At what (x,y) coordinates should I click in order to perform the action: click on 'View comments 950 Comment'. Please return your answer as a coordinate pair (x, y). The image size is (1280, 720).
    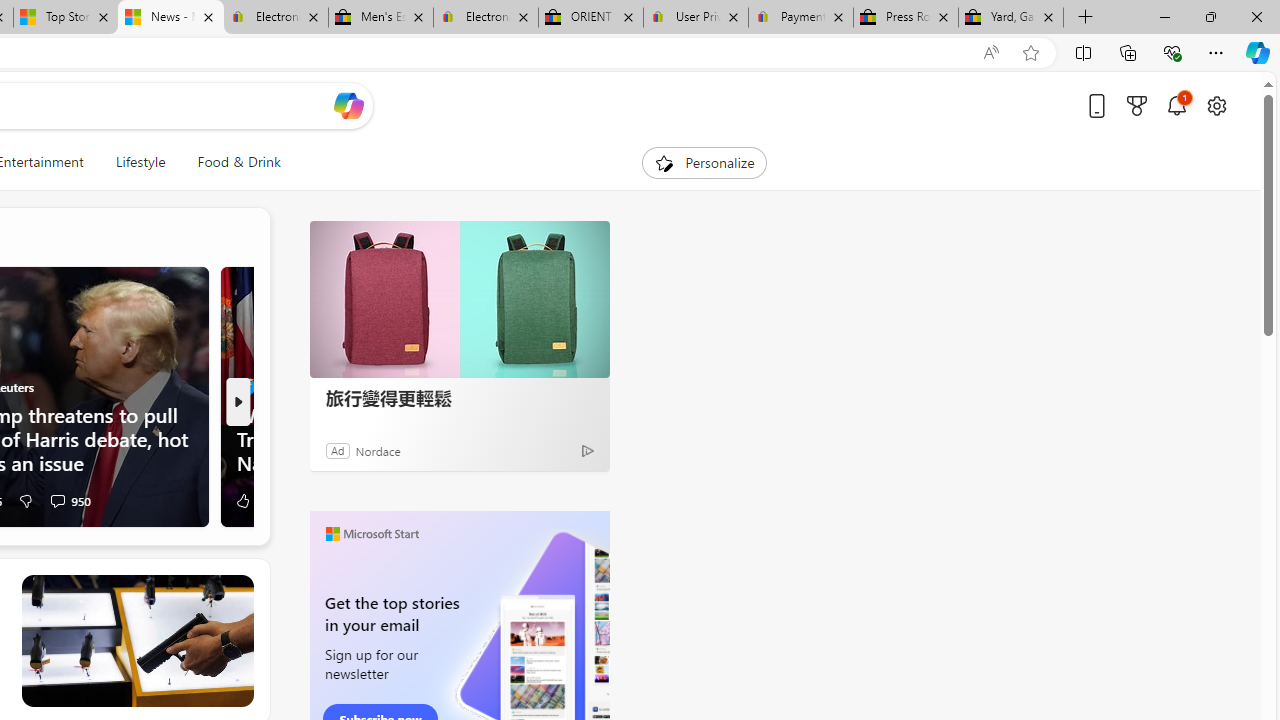
    Looking at the image, I should click on (57, 499).